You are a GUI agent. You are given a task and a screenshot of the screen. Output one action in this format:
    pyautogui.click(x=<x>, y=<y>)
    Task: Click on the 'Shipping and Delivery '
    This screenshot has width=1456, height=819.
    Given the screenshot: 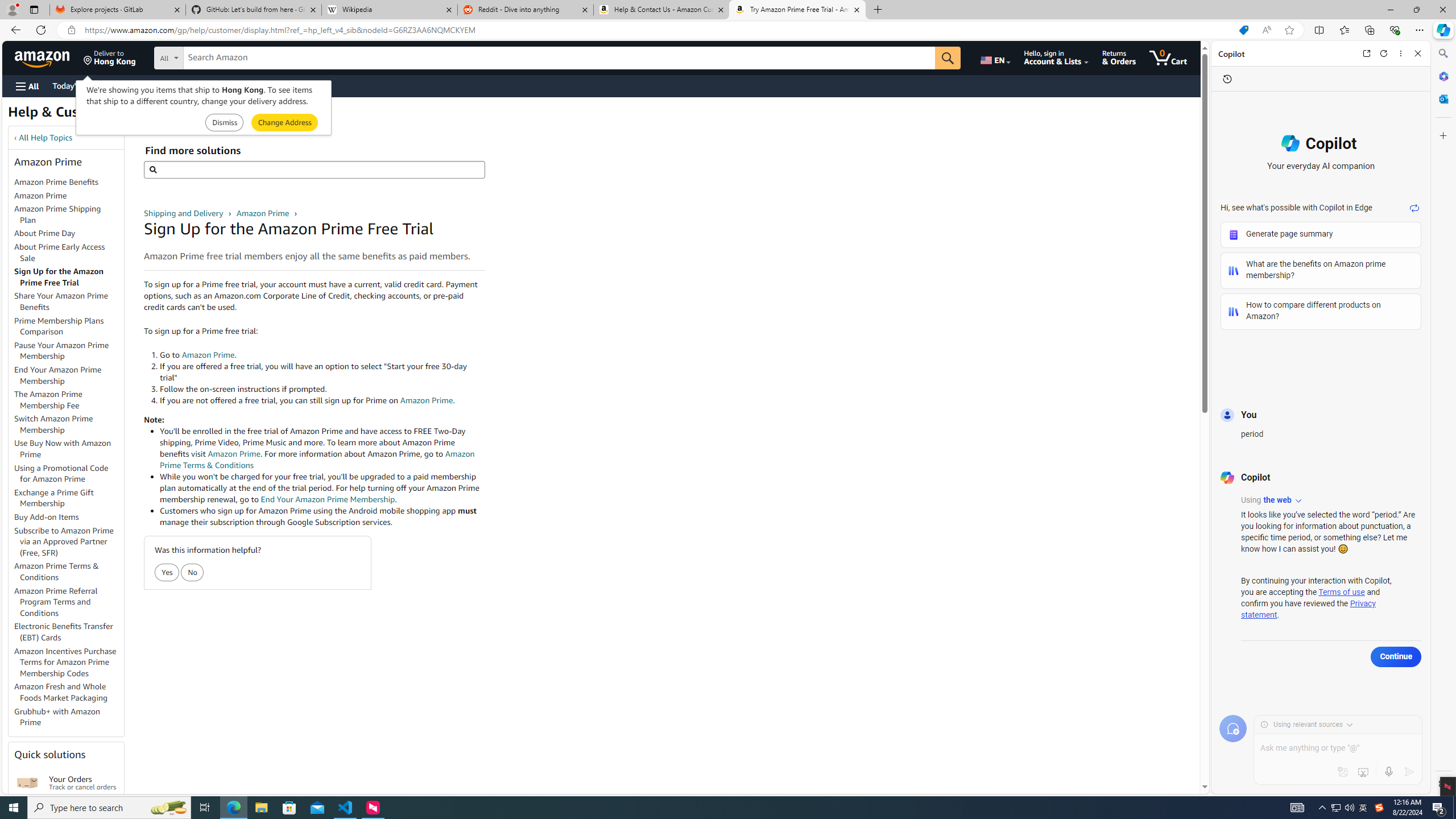 What is the action you would take?
    pyautogui.click(x=185, y=213)
    